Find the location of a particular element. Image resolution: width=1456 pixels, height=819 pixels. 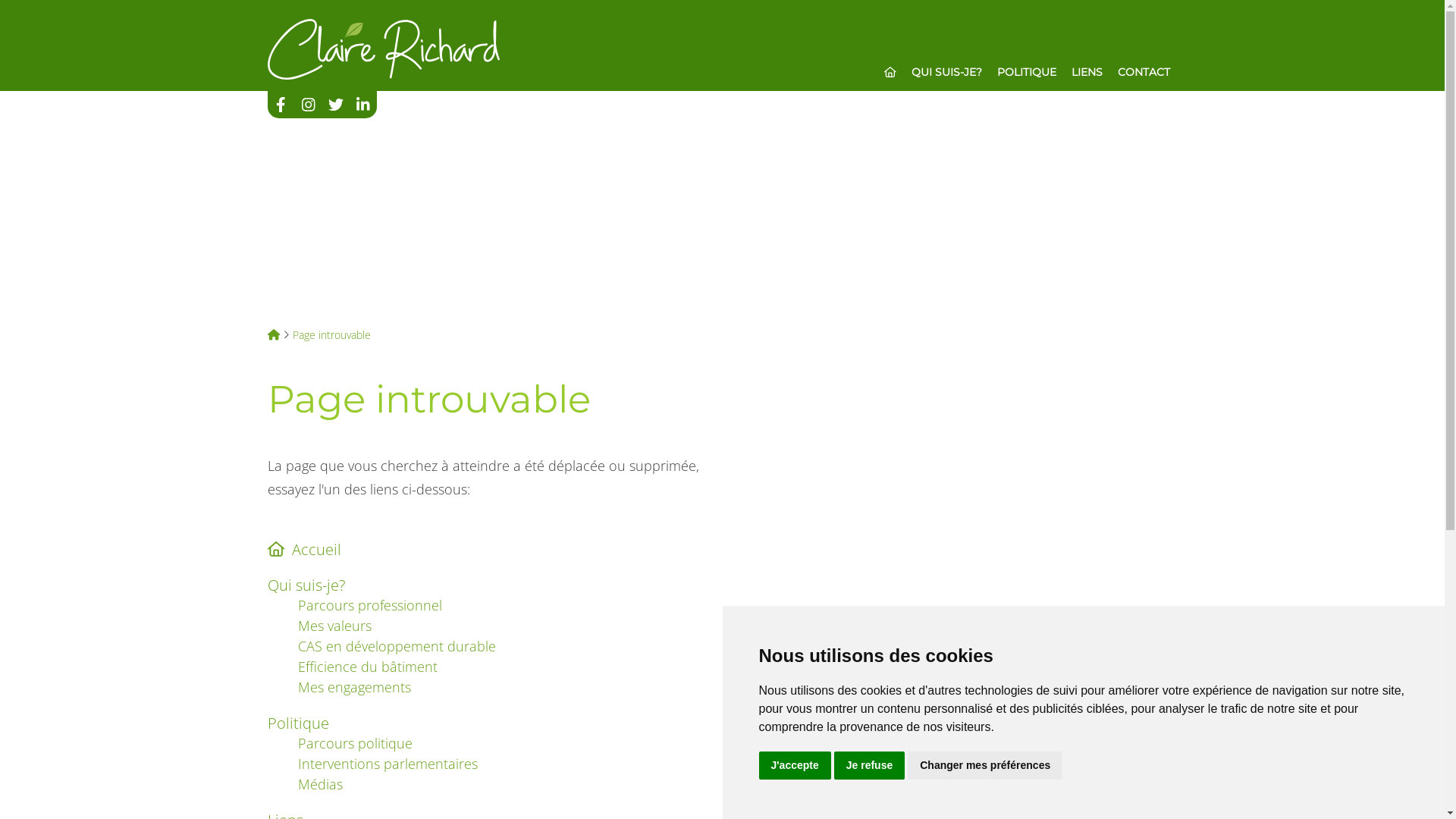

'Nous suivre sur Twitter' is located at coordinates (334, 104).